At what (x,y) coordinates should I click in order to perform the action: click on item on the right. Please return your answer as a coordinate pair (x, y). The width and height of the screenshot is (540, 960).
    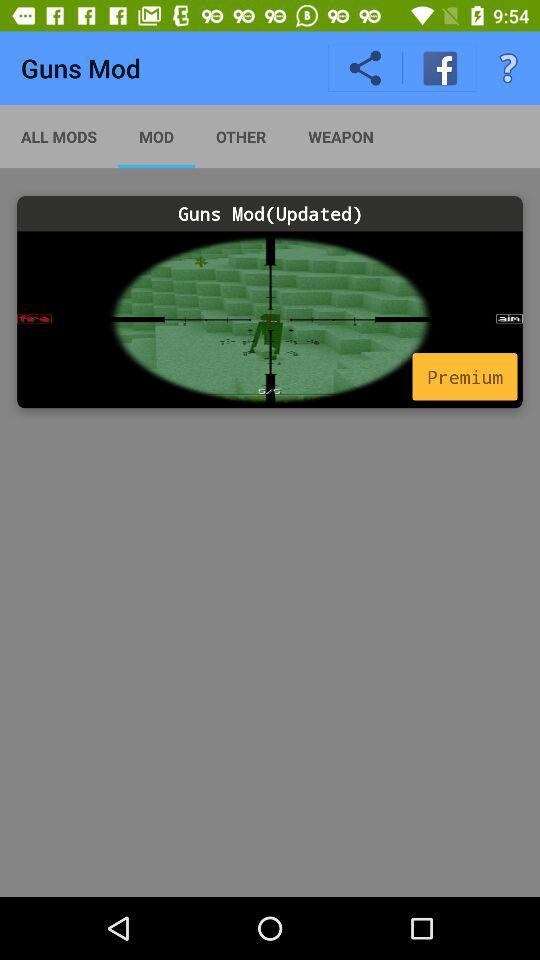
    Looking at the image, I should click on (464, 375).